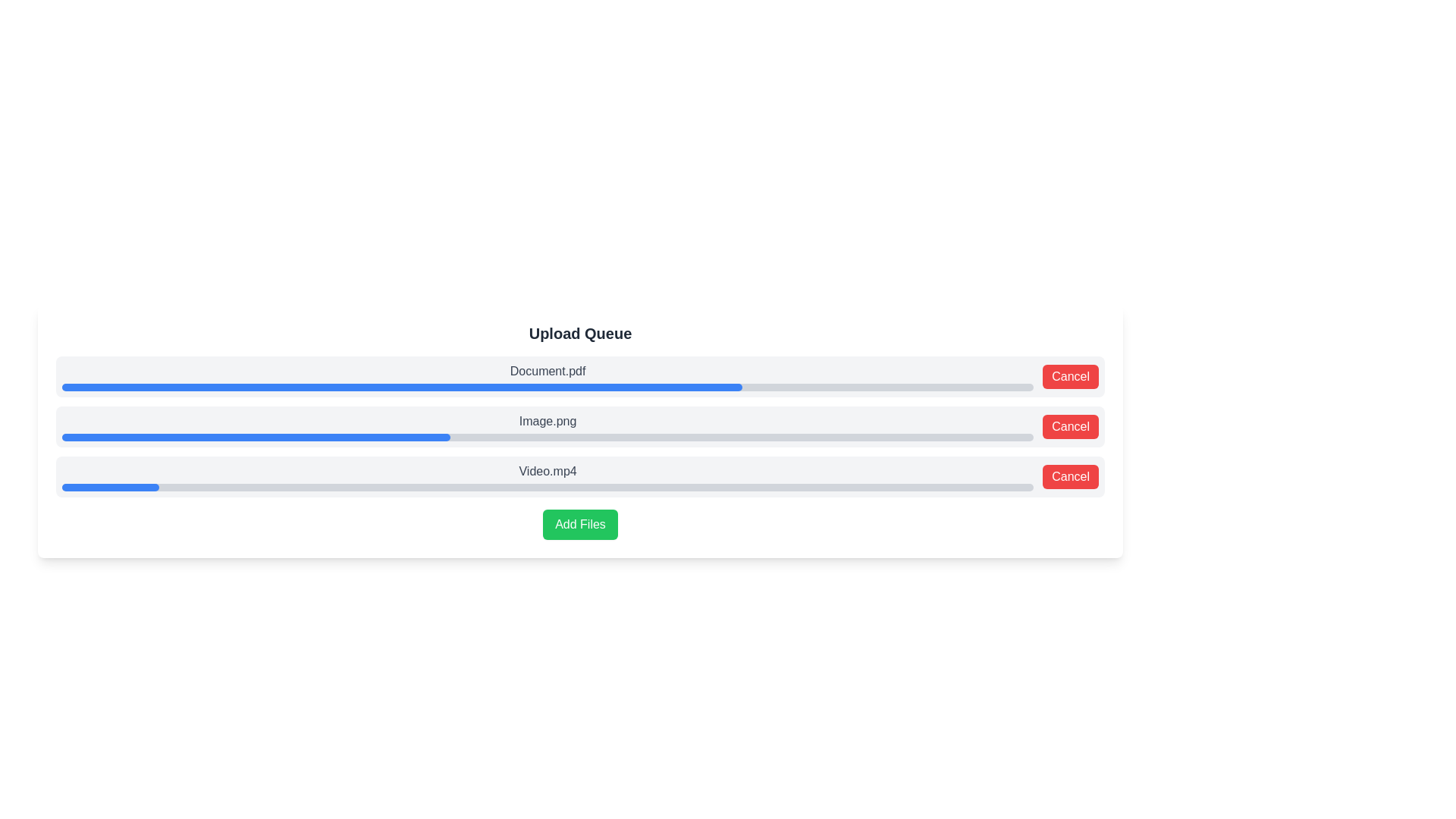  Describe the element at coordinates (547, 386) in the screenshot. I see `the progress bar indicating the upload status of 'Document.pdf', which is visually characterized by a light gray background and a blue foreground covering 70% of the width` at that location.